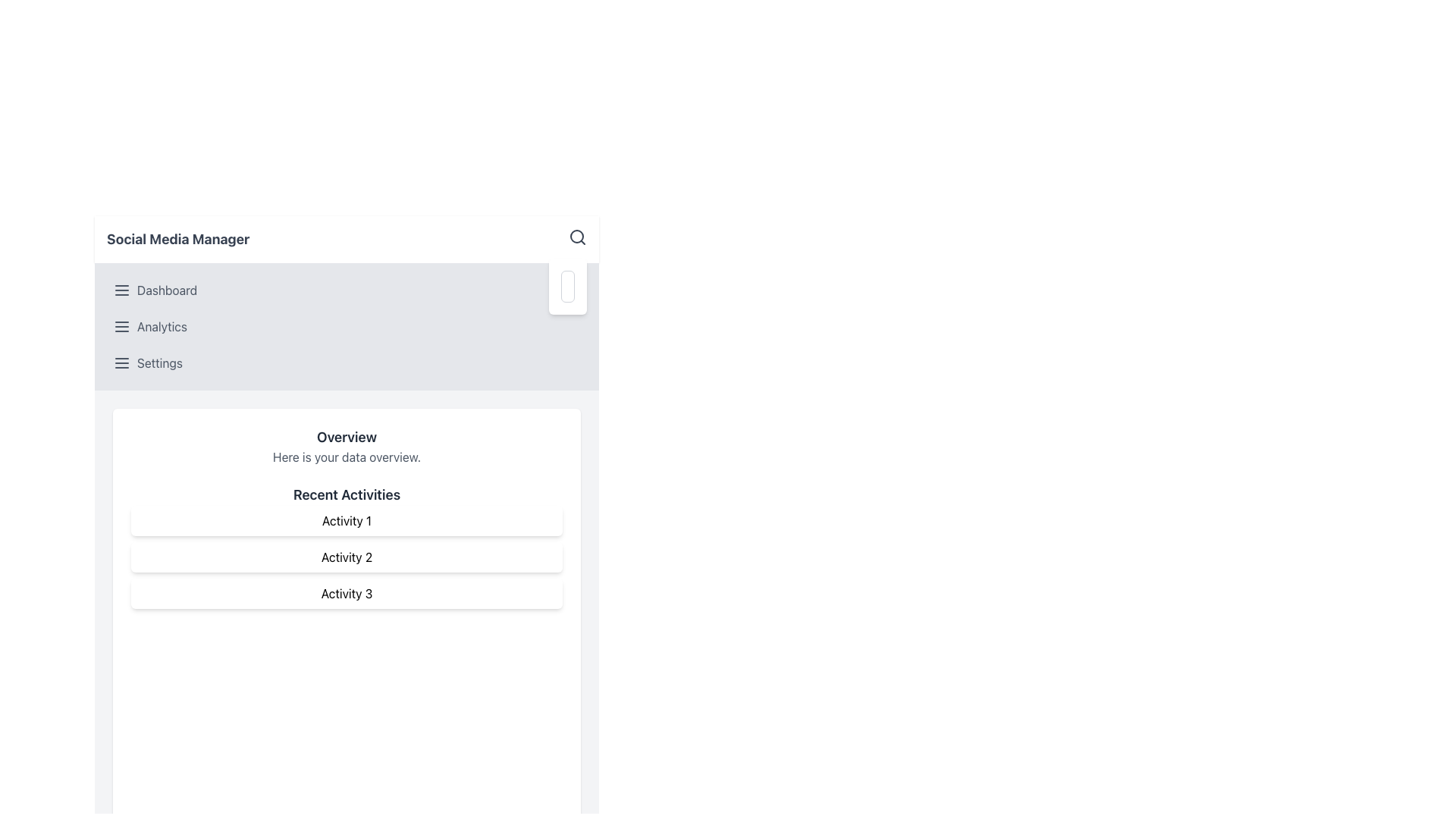 The width and height of the screenshot is (1456, 819). I want to click on the 'hamburger menu' SVG icon located to the left of the 'Dashboard' text in the navigation menu, so click(122, 290).